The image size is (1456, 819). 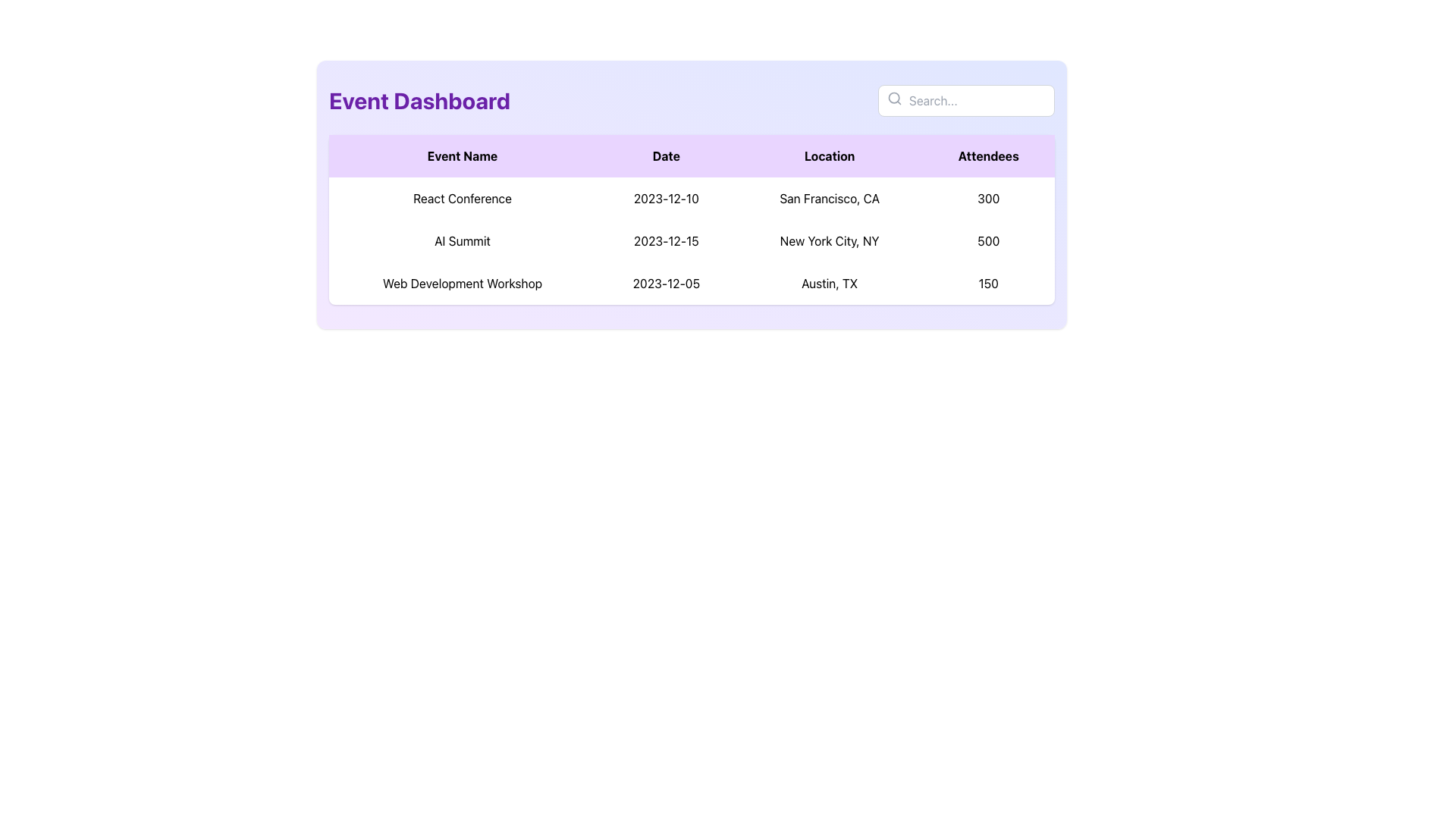 I want to click on the 'Date' column header in the table, which is the second column header situated between 'Event Name' and 'Location', so click(x=666, y=155).